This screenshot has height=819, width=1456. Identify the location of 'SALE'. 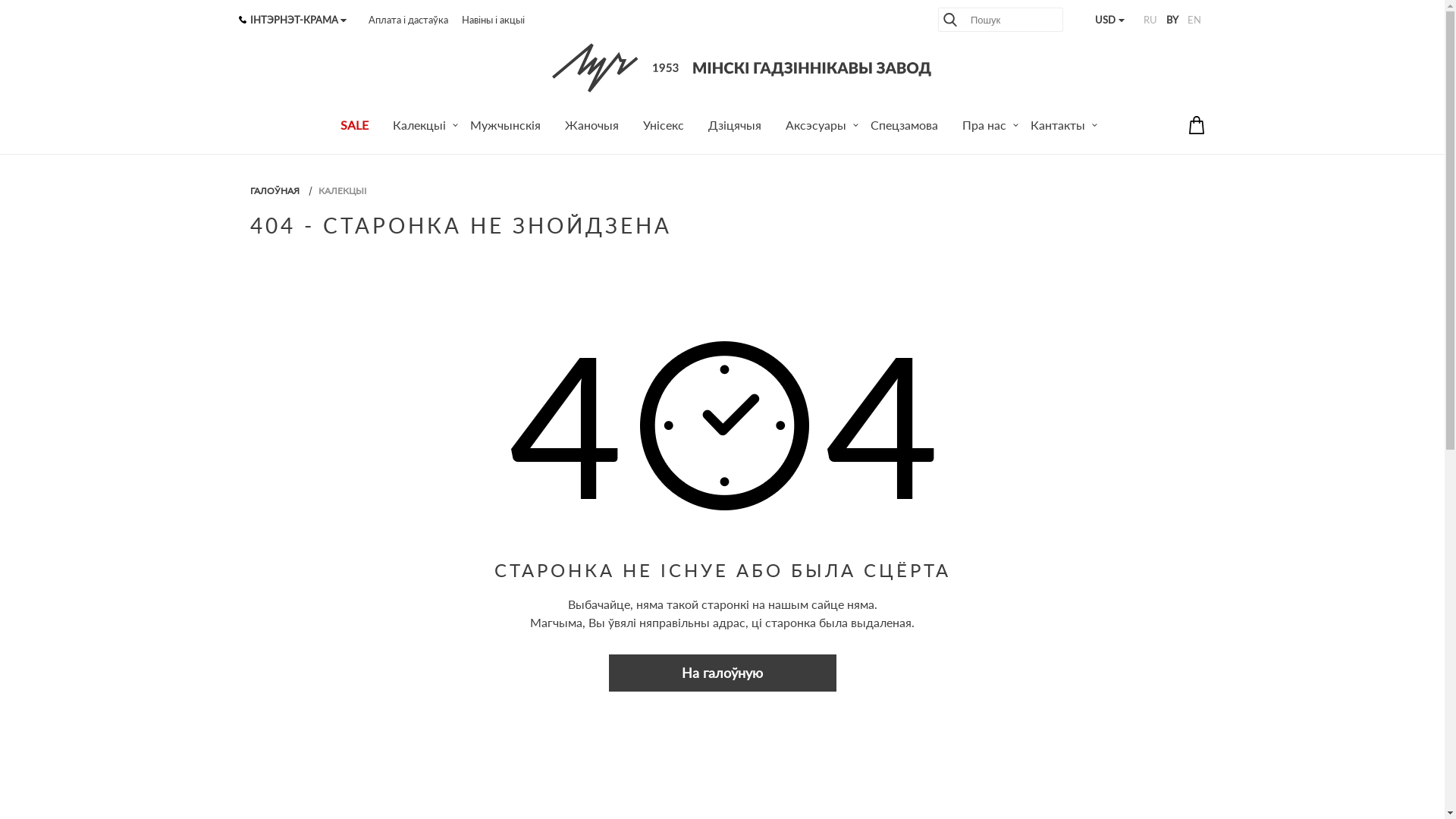
(353, 127).